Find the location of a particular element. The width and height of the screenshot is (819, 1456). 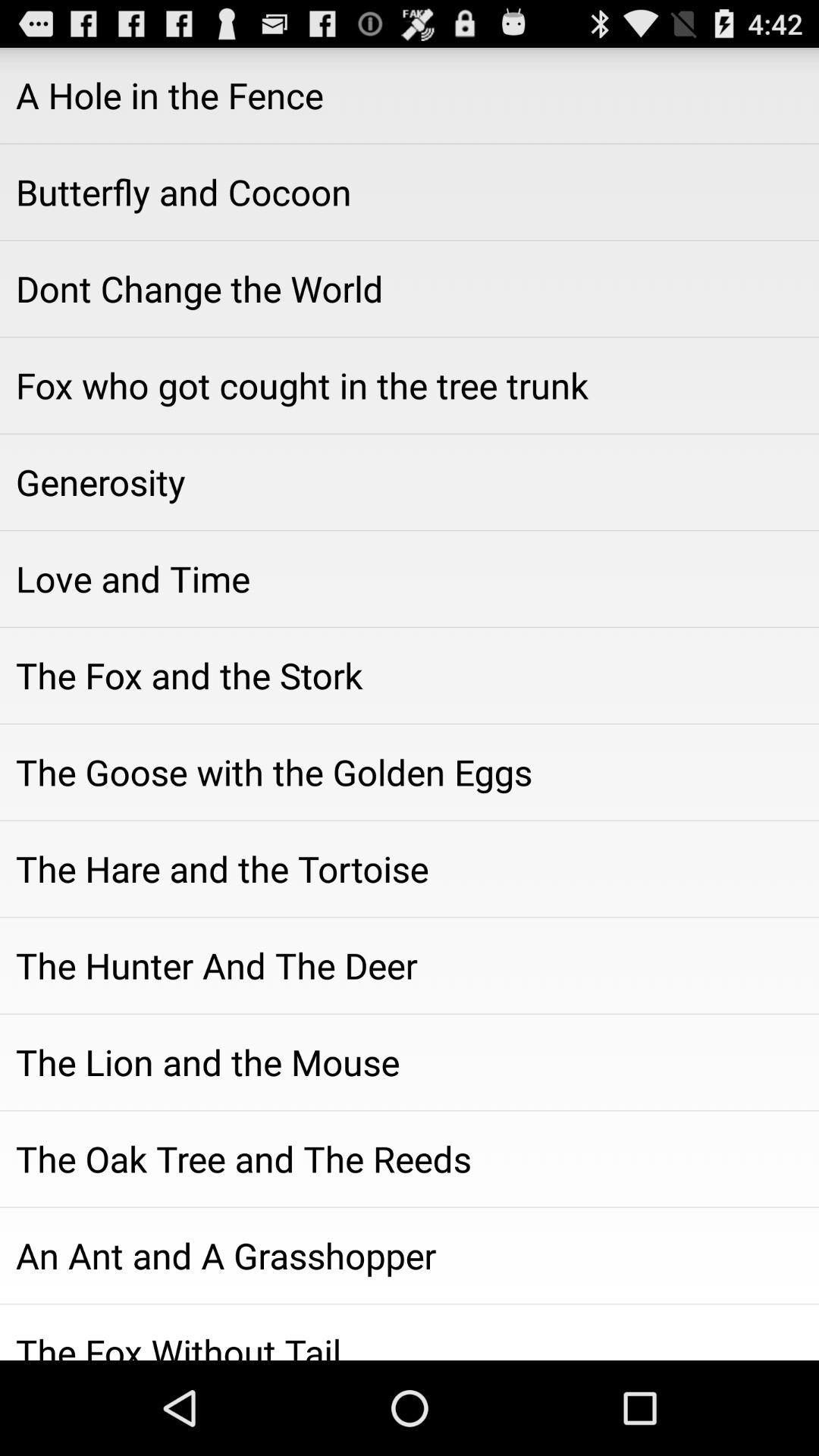

app above generosity app is located at coordinates (409, 385).